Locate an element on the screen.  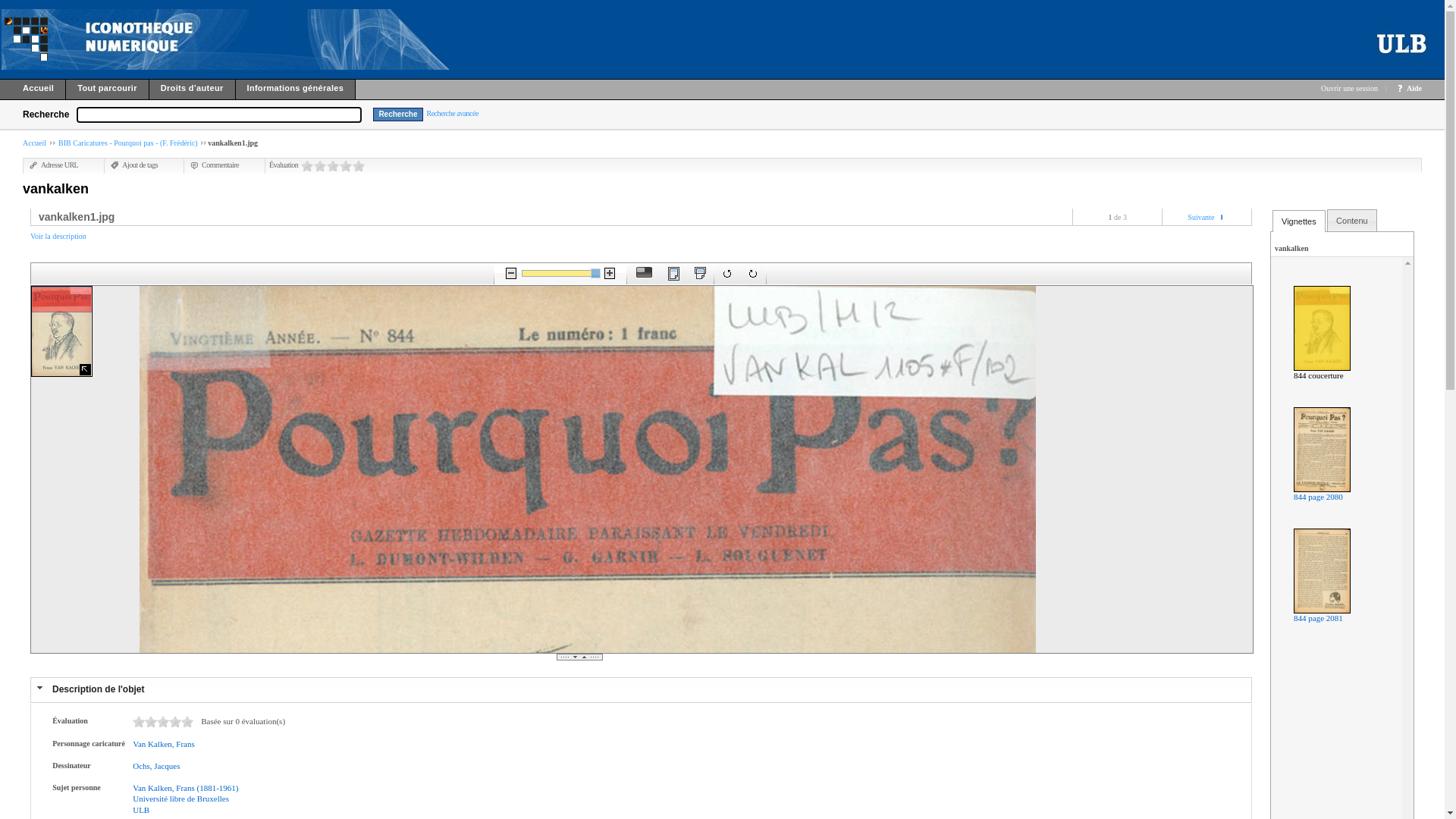
'Ouvrir une session' is located at coordinates (1349, 88).